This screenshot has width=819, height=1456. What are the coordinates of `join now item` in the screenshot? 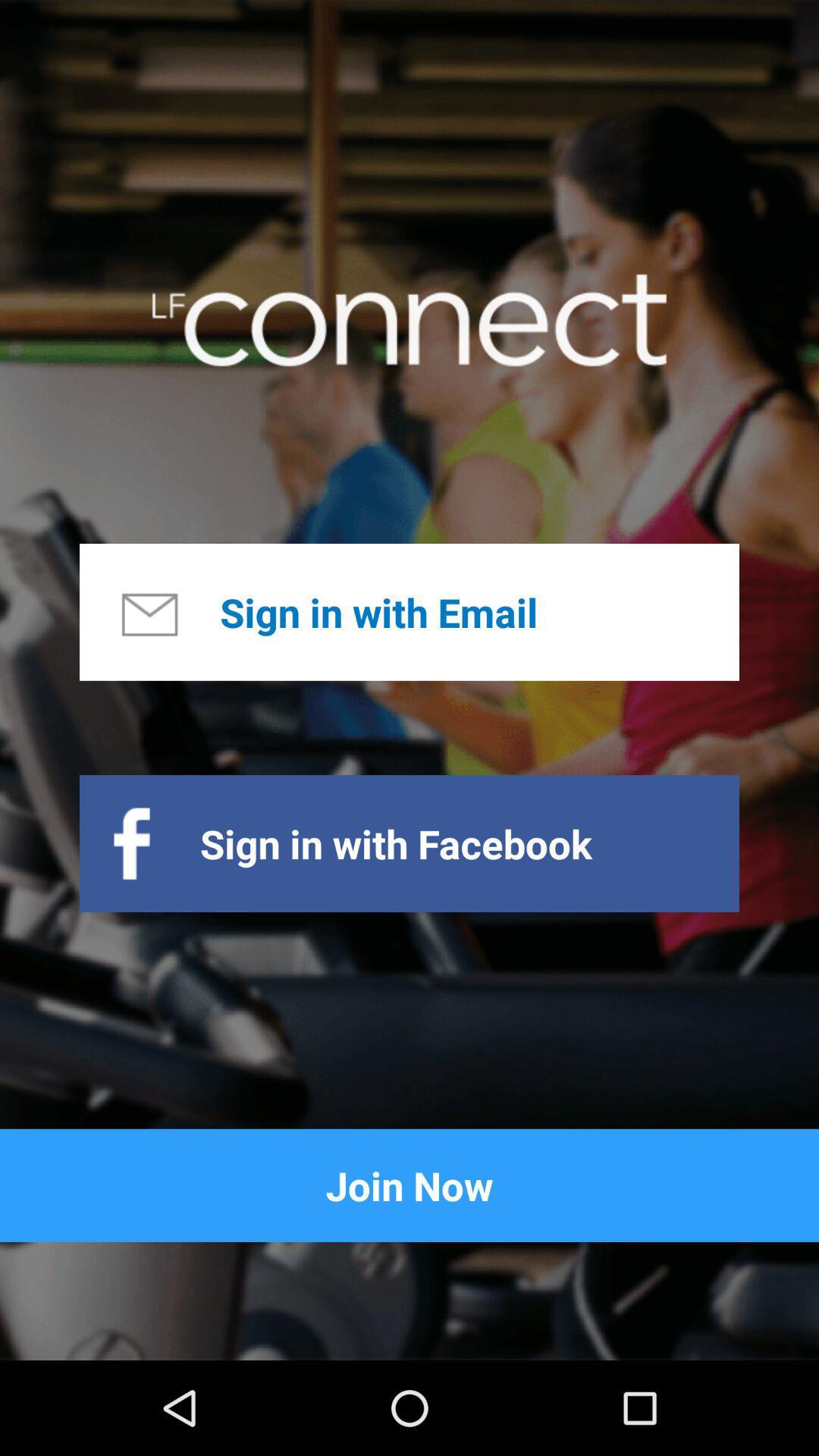 It's located at (409, 1185).